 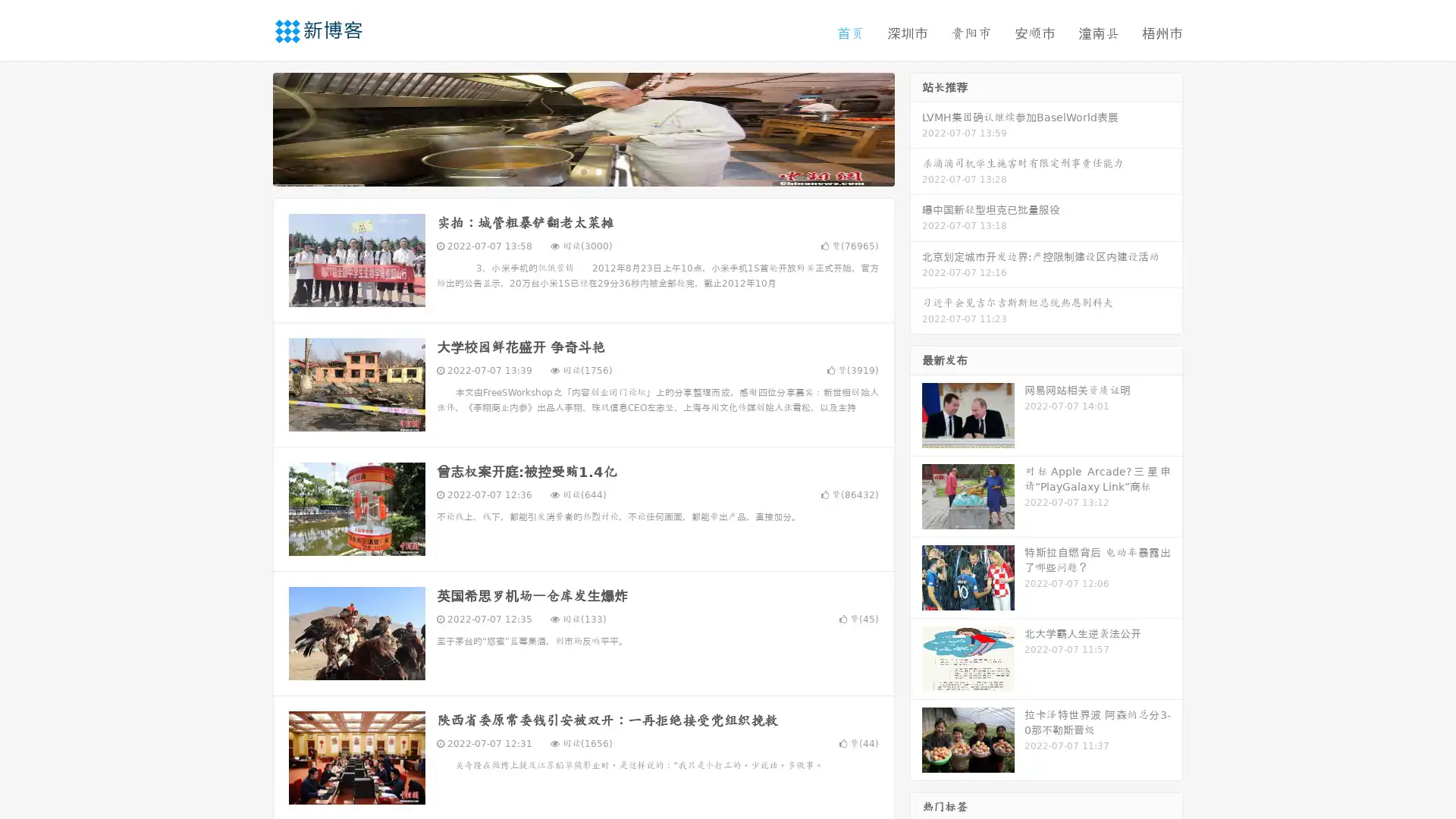 I want to click on Go to slide 3, so click(x=598, y=171).